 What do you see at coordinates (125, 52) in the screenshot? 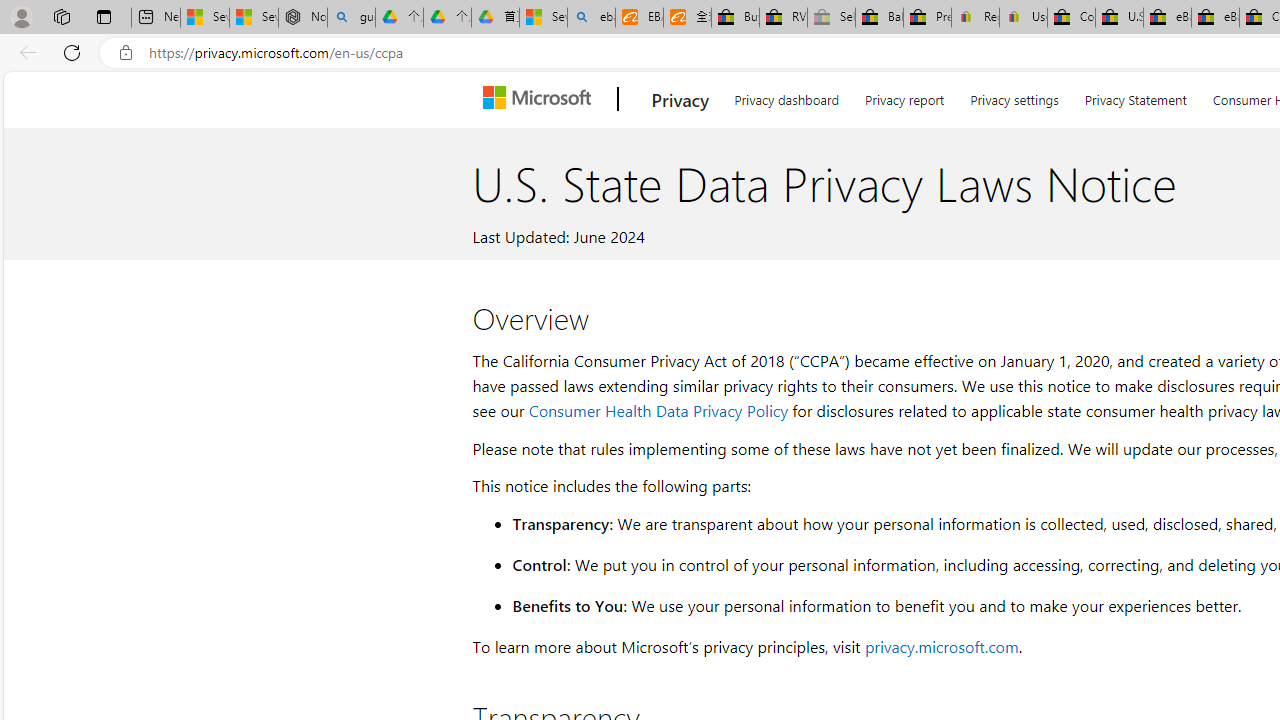
I see `'View site information'` at bounding box center [125, 52].